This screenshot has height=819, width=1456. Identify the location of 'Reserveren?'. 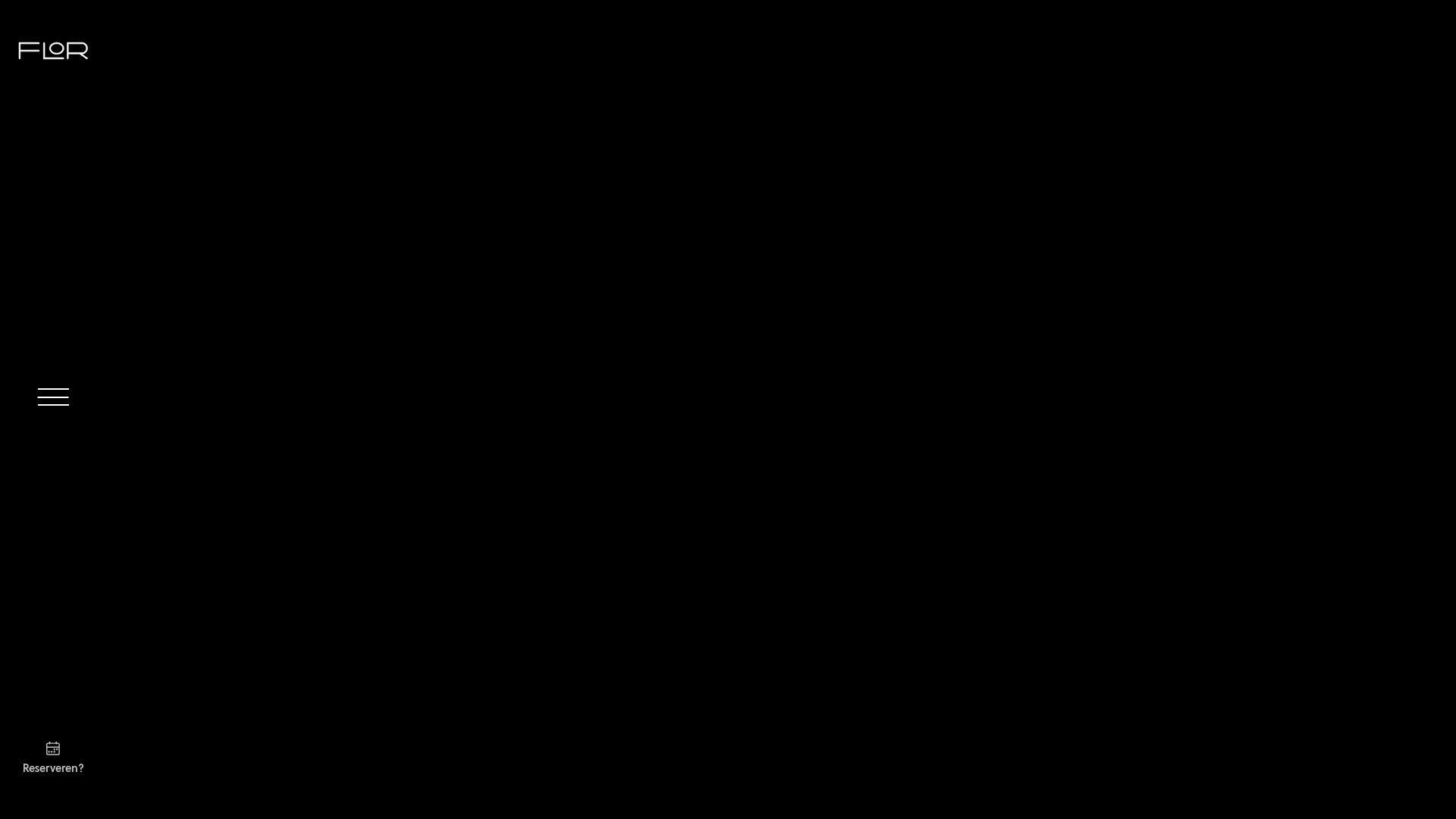
(53, 755).